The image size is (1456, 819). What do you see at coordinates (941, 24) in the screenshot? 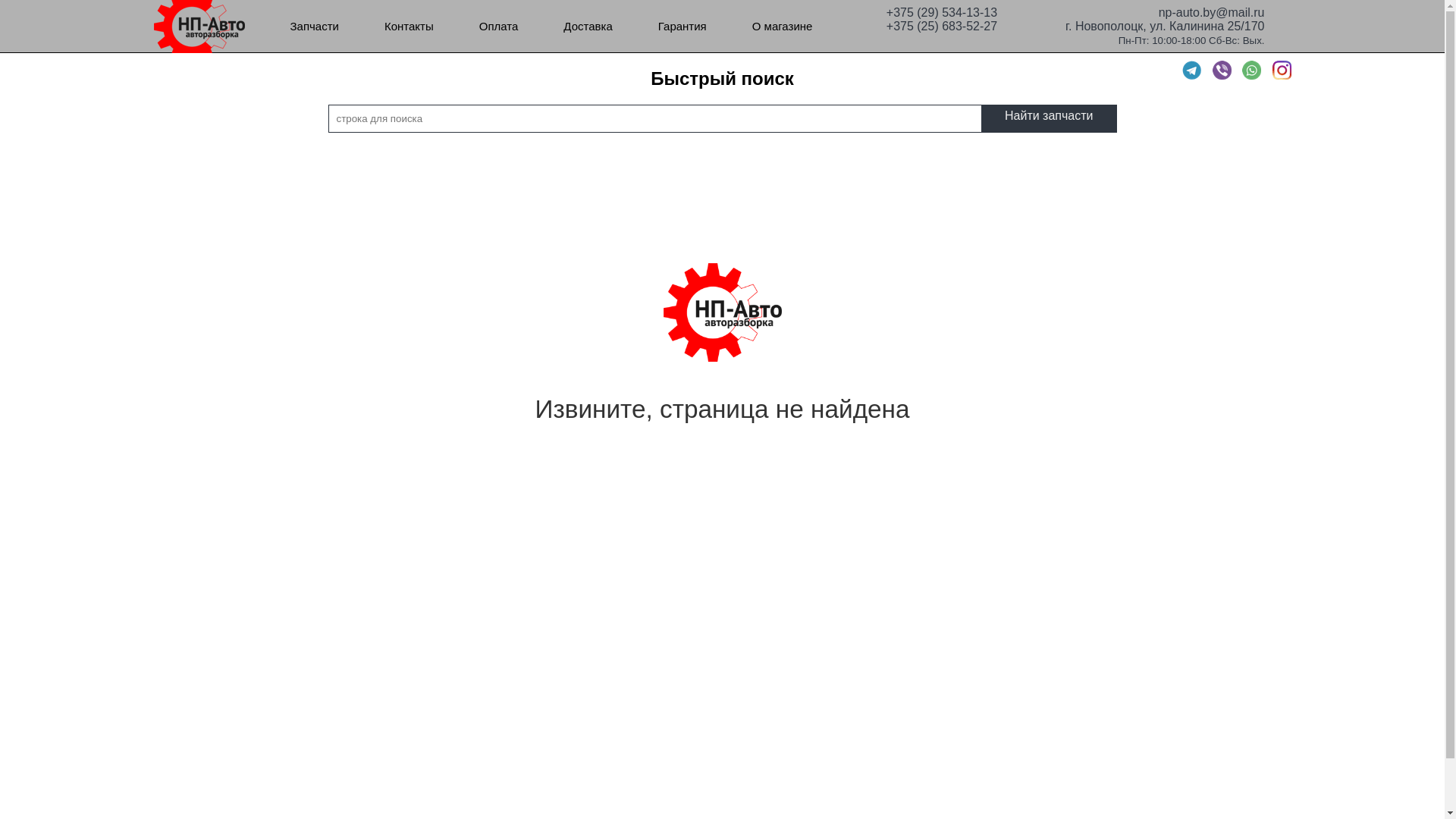
I see `'+375 (25) 683-52-27'` at bounding box center [941, 24].